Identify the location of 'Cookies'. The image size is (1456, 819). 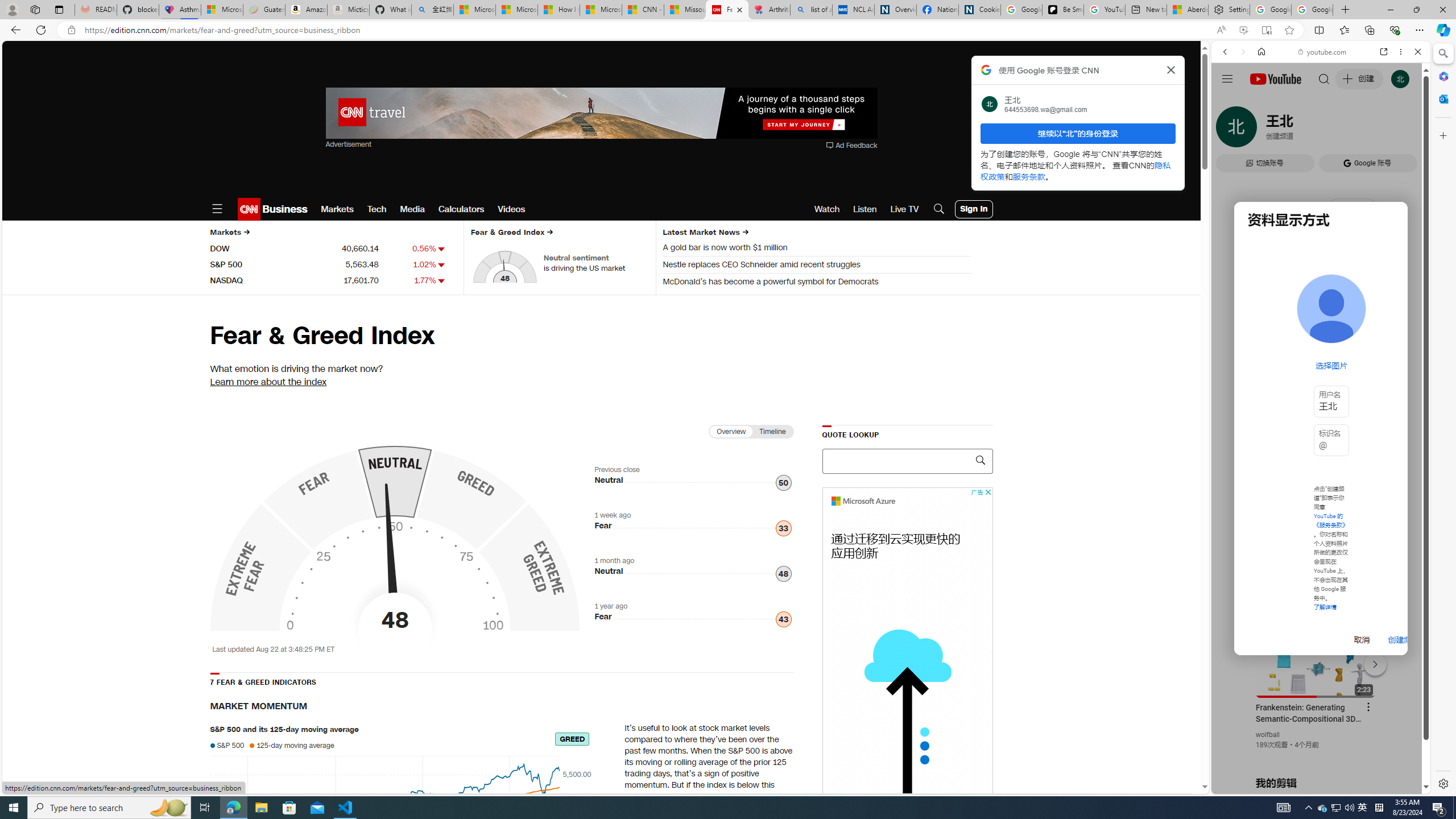
(979, 9).